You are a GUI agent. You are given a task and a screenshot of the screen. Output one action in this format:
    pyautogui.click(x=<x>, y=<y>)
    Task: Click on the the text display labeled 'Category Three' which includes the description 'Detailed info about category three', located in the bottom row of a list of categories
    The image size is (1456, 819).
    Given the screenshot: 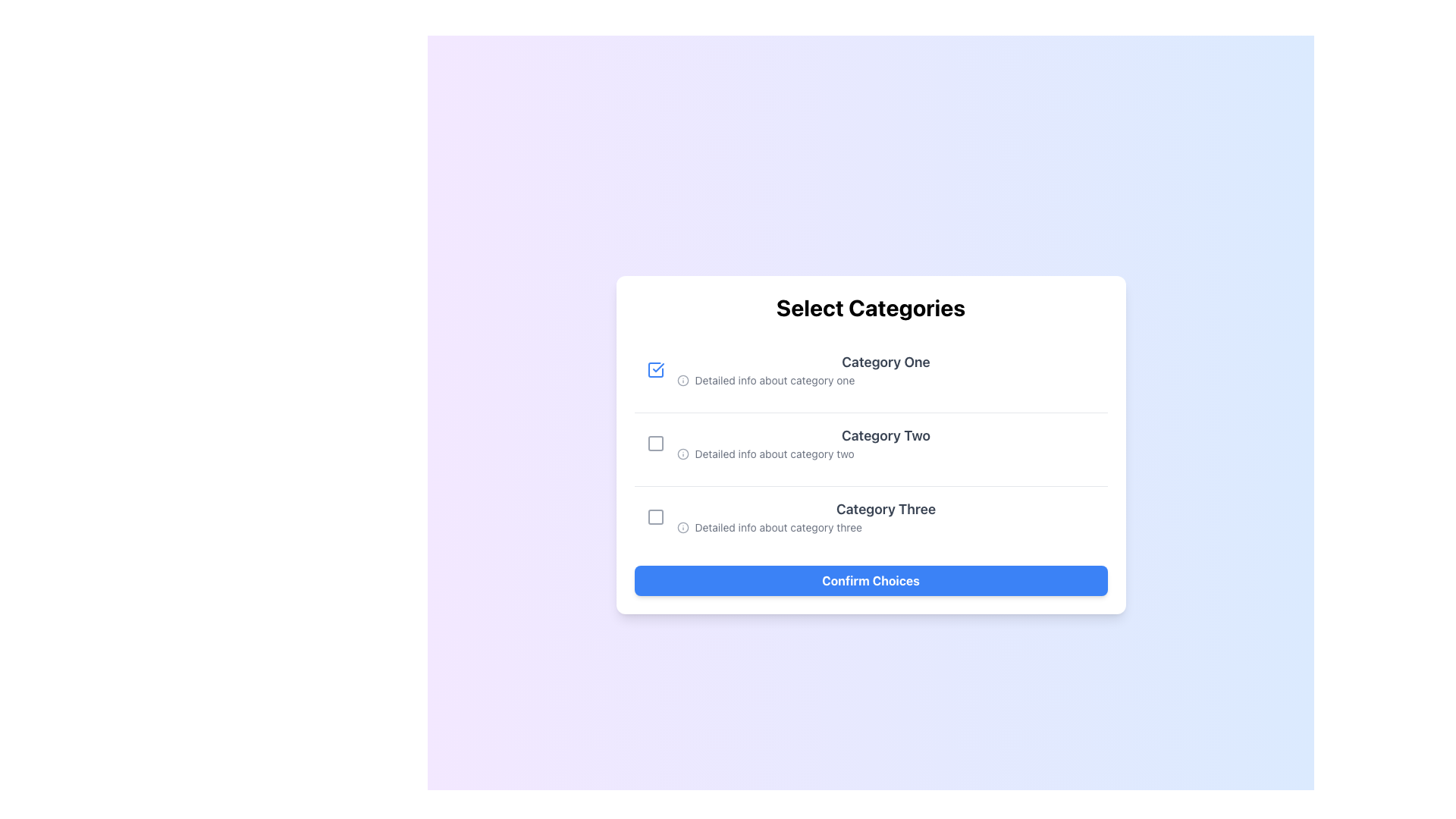 What is the action you would take?
    pyautogui.click(x=886, y=516)
    